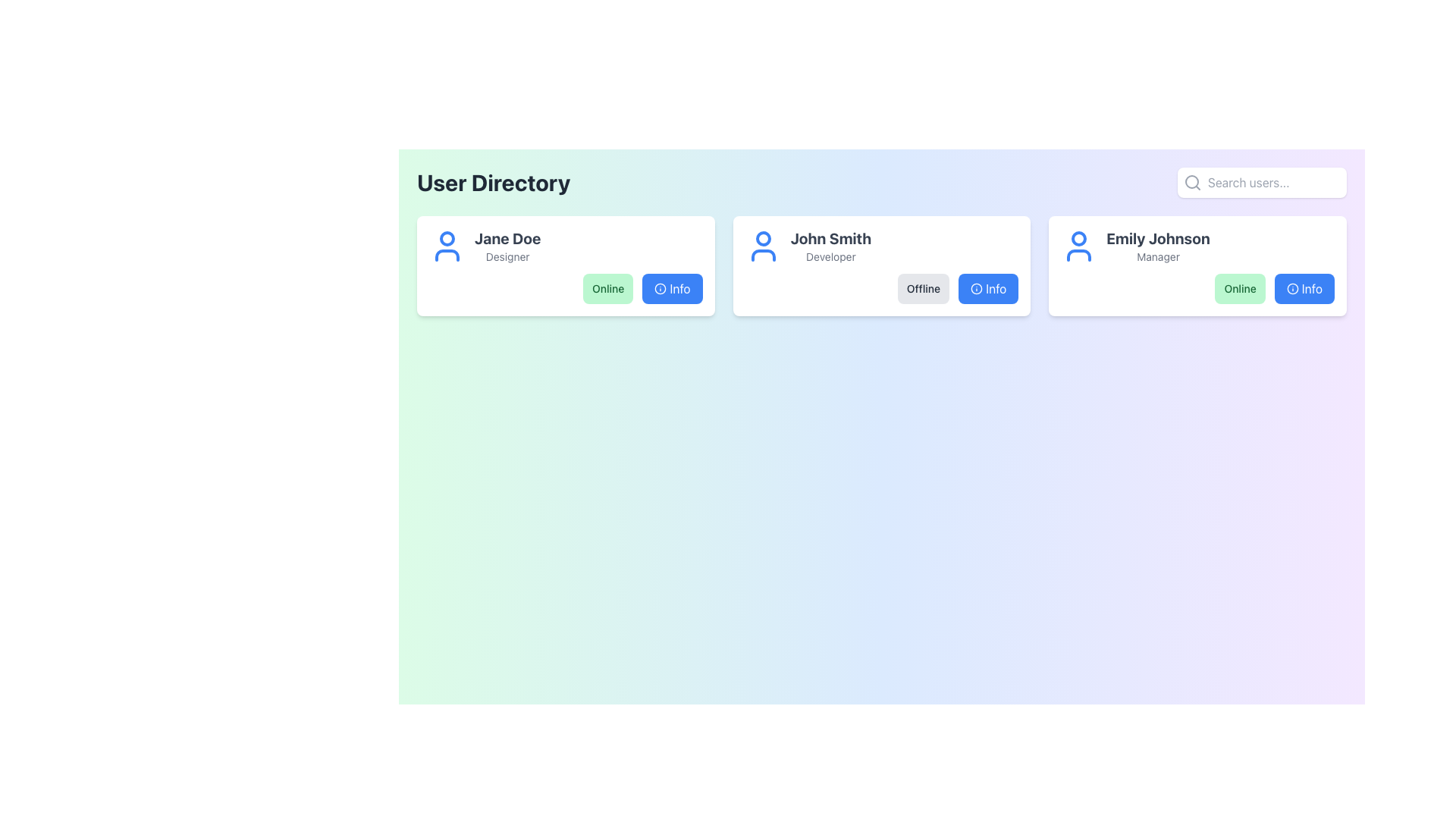 Image resolution: width=1456 pixels, height=819 pixels. Describe the element at coordinates (1078, 239) in the screenshot. I see `the circular icon representing Emily Johnson's avatar located at the top-left of her user card` at that location.